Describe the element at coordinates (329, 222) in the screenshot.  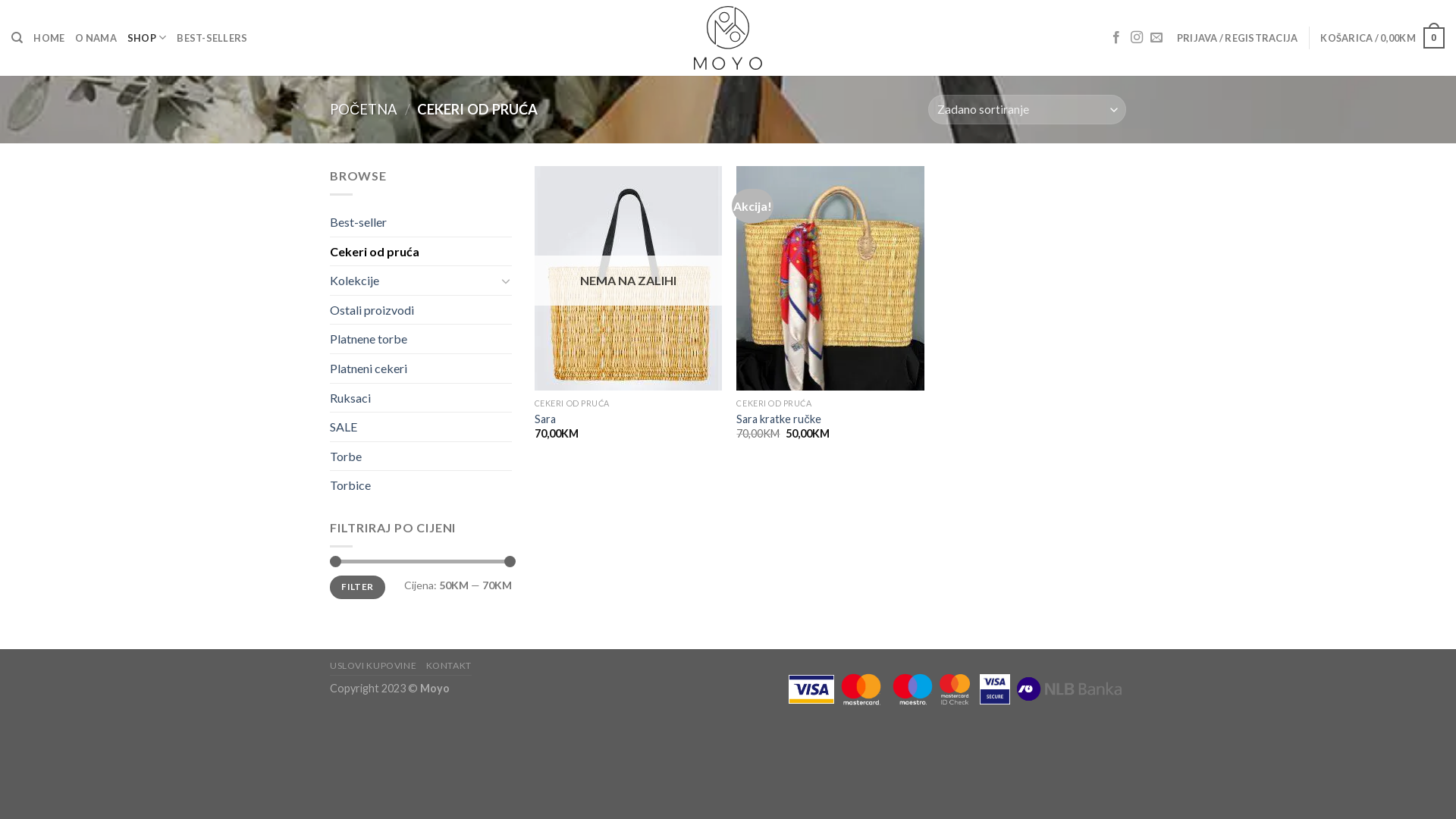
I see `'Best-seller'` at that location.